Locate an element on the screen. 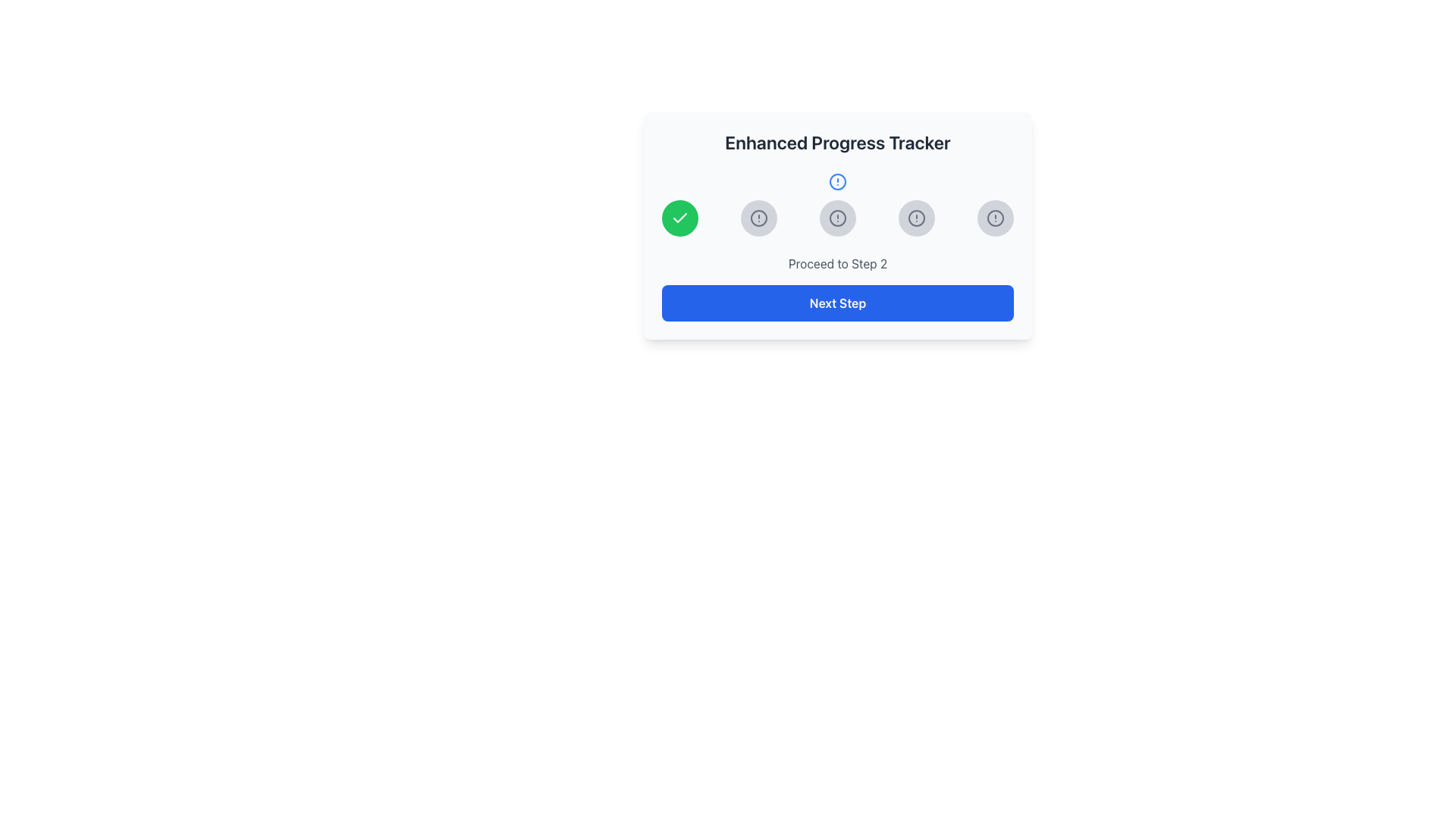  the SVG circle component located in the second icon of the progress tracker, which has a gray outline and indicates different statuses or steps is located at coordinates (836, 218).